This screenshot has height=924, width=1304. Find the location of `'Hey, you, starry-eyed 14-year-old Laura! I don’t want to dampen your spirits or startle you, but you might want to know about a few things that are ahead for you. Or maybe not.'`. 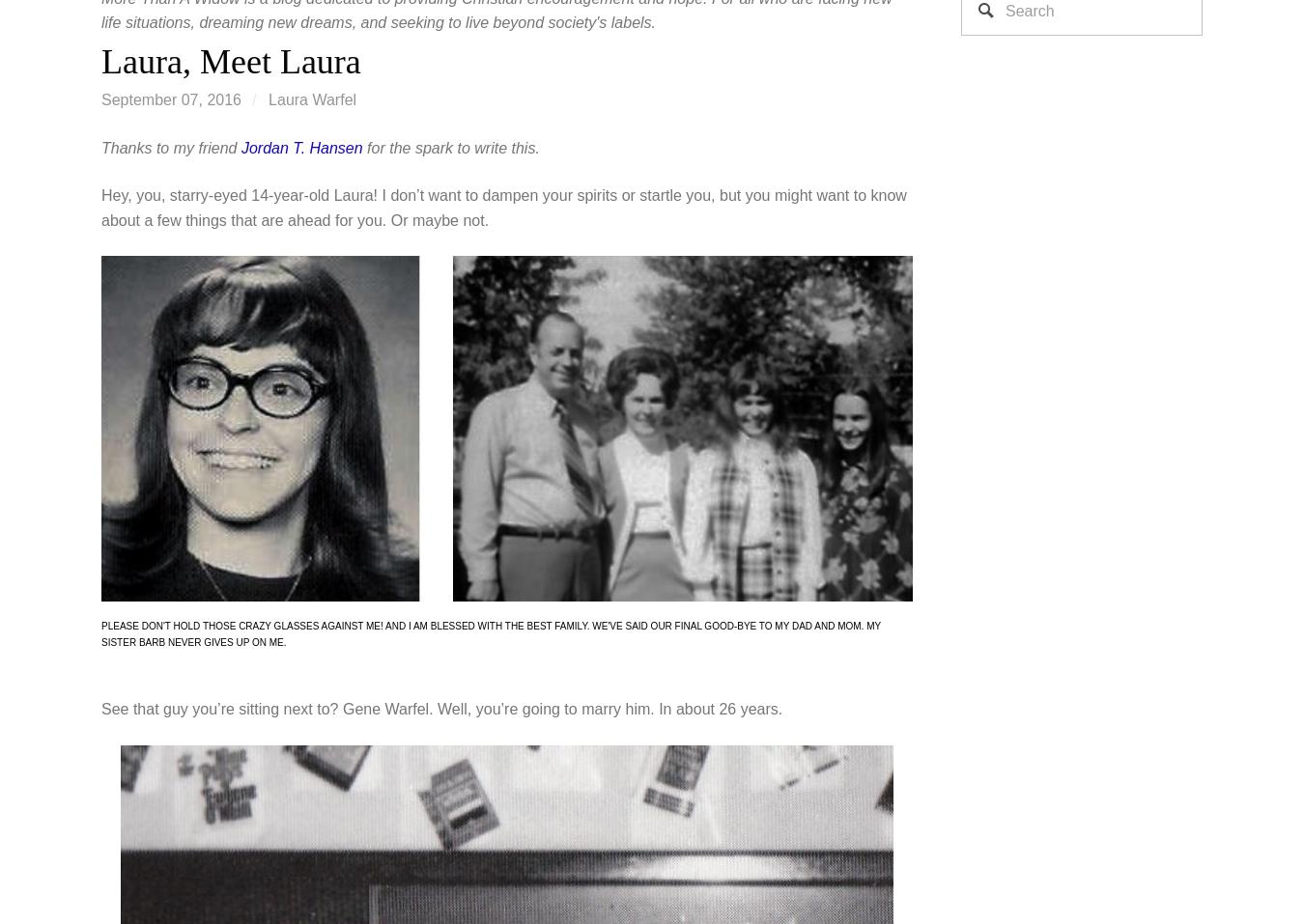

'Hey, you, starry-eyed 14-year-old Laura! I don’t want to dampen your spirits or startle you, but you might want to know about a few things that are ahead for you. Or maybe not.' is located at coordinates (100, 207).